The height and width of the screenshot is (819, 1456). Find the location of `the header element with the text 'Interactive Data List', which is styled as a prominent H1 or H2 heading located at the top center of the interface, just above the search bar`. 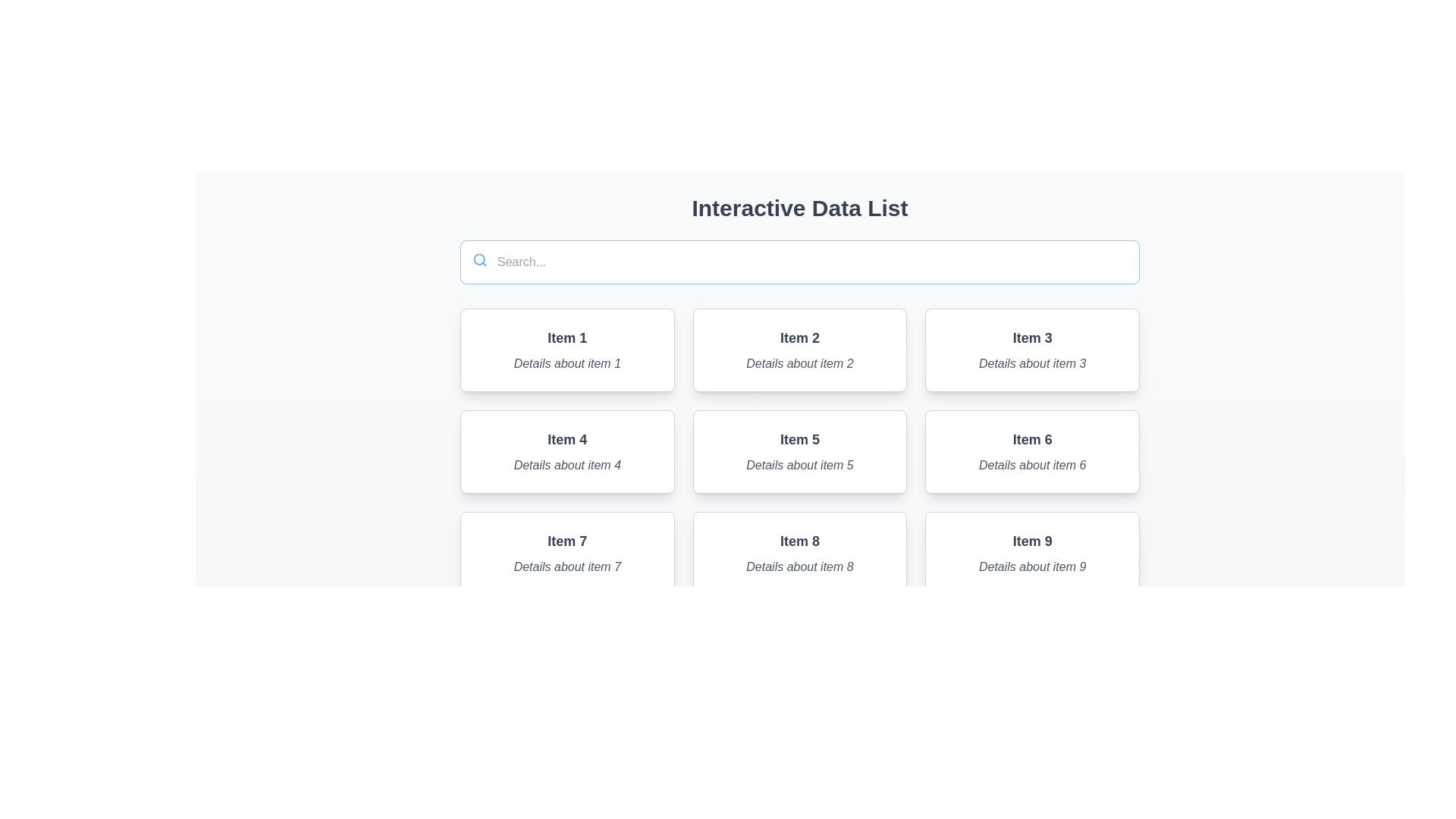

the header element with the text 'Interactive Data List', which is styled as a prominent H1 or H2 heading located at the top center of the interface, just above the search bar is located at coordinates (799, 208).